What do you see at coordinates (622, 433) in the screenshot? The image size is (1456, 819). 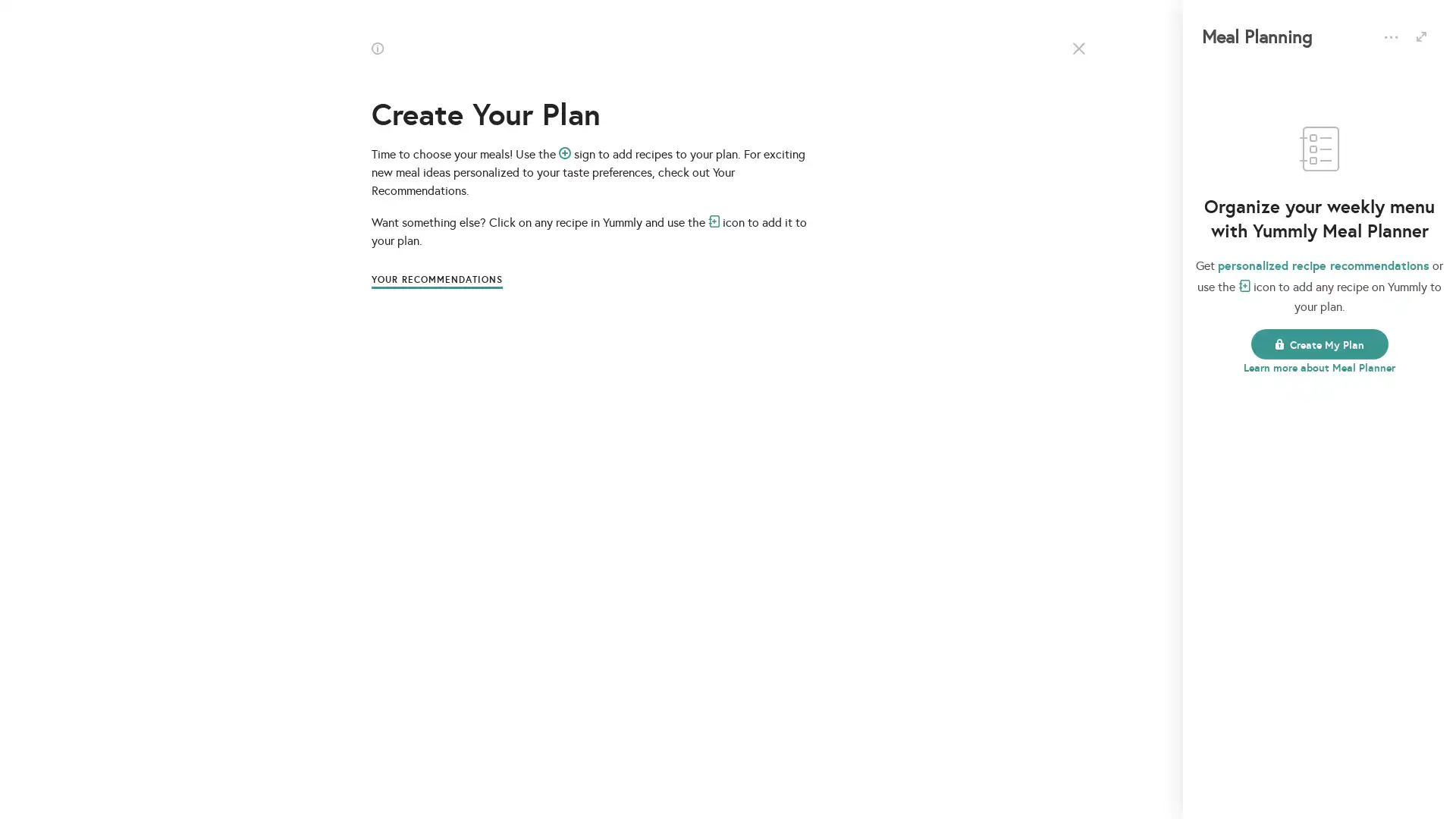 I see `Pescetarian` at bounding box center [622, 433].